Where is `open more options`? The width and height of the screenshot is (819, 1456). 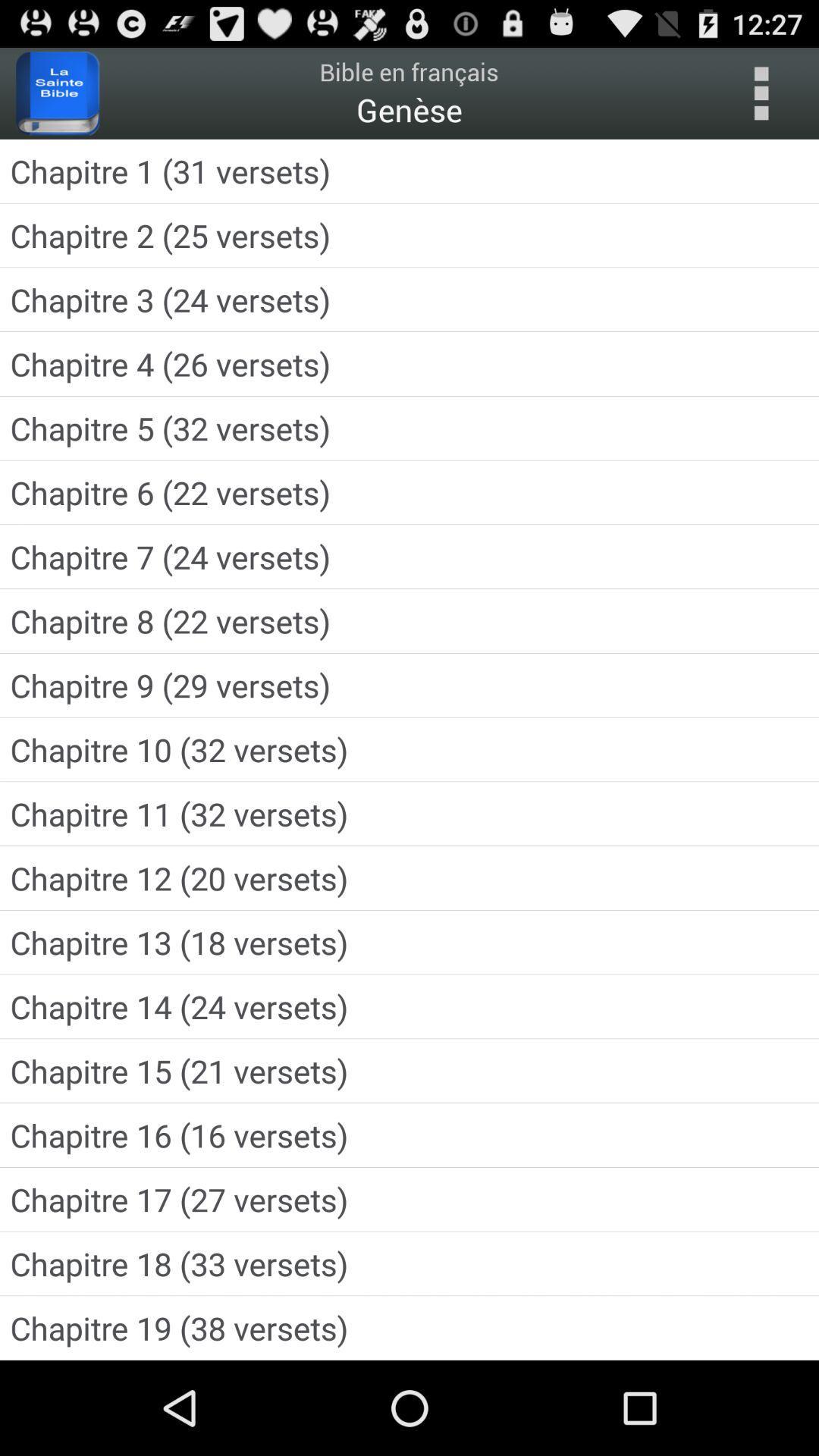 open more options is located at coordinates (761, 93).